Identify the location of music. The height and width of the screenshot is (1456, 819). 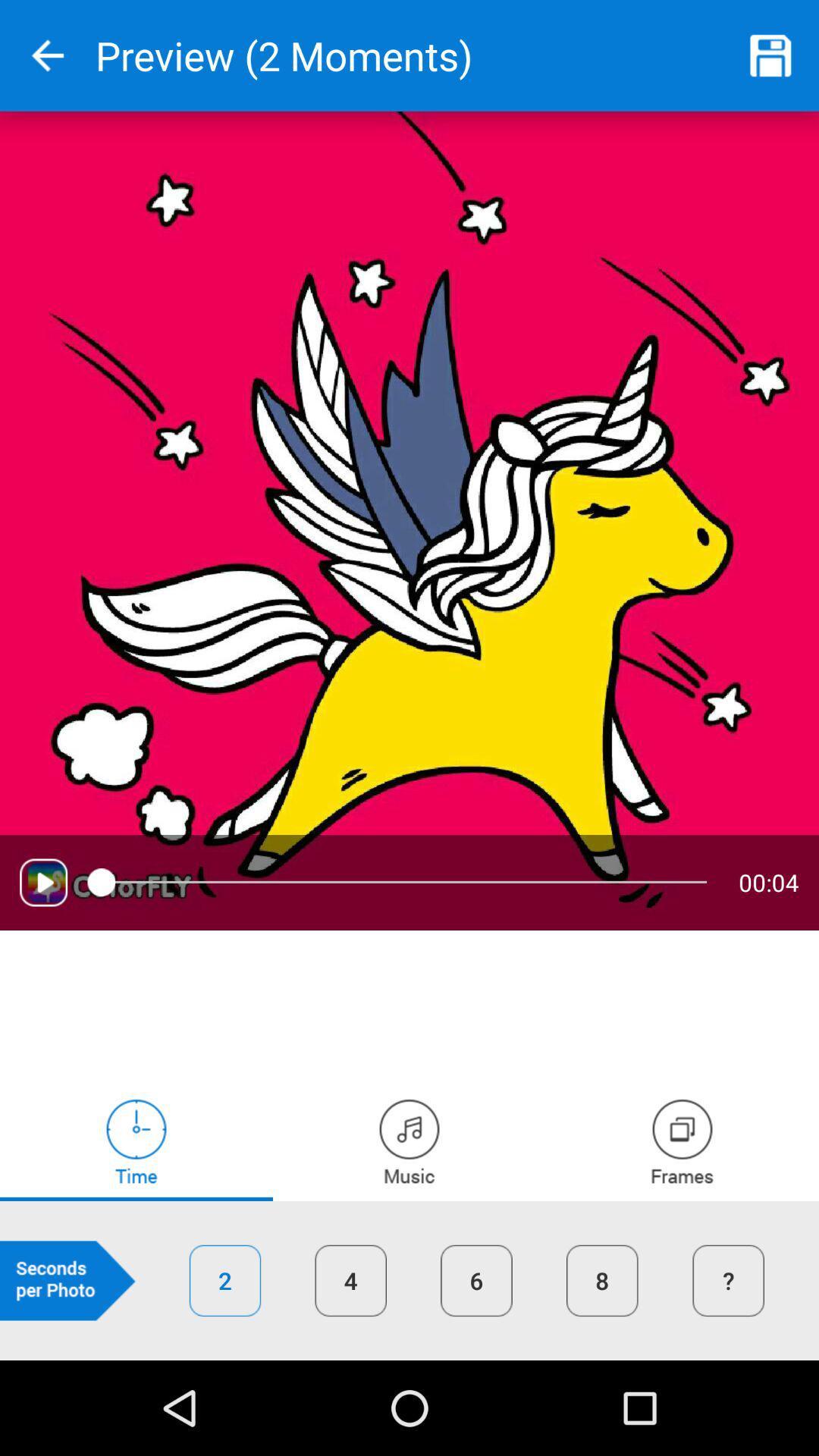
(409, 1141).